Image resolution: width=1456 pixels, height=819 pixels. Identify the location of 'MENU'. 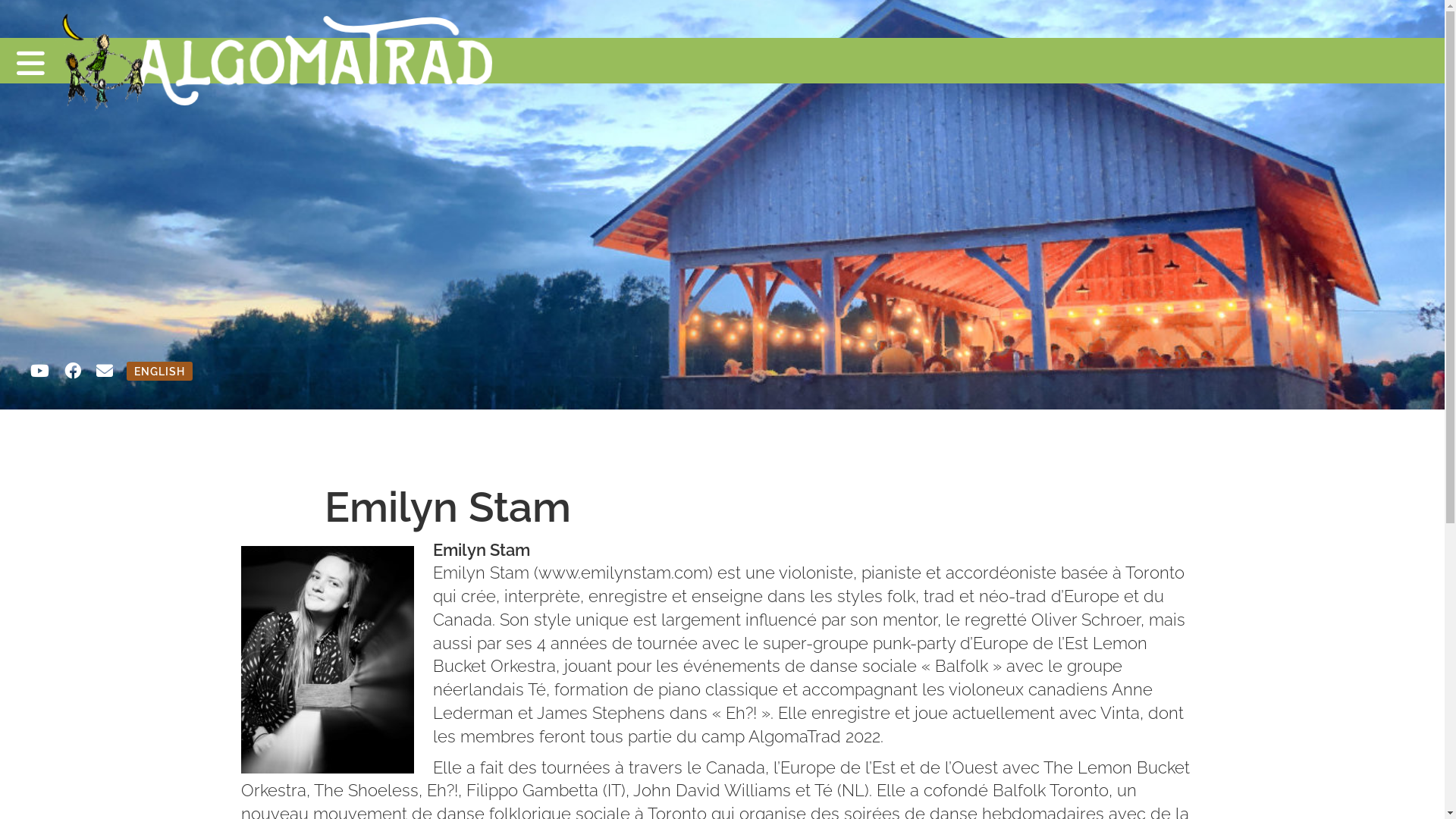
(0, 60).